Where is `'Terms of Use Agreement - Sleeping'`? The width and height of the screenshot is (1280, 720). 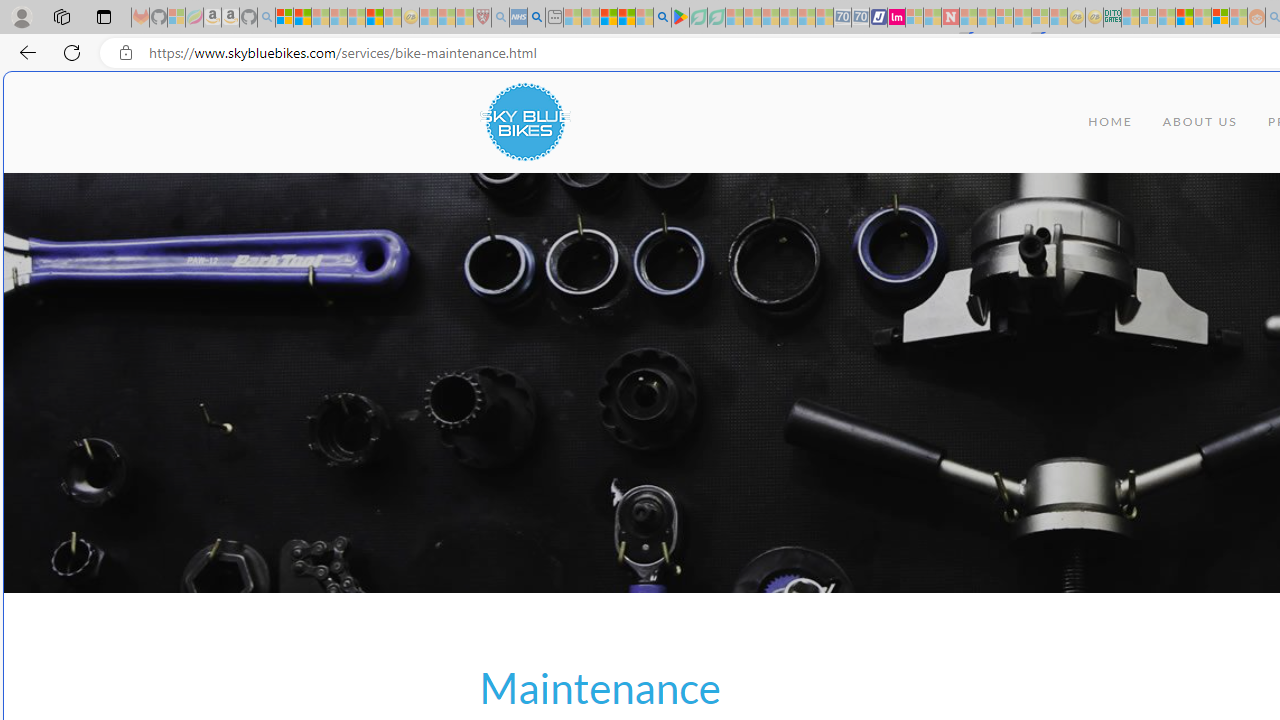
'Terms of Use Agreement - Sleeping' is located at coordinates (698, 17).